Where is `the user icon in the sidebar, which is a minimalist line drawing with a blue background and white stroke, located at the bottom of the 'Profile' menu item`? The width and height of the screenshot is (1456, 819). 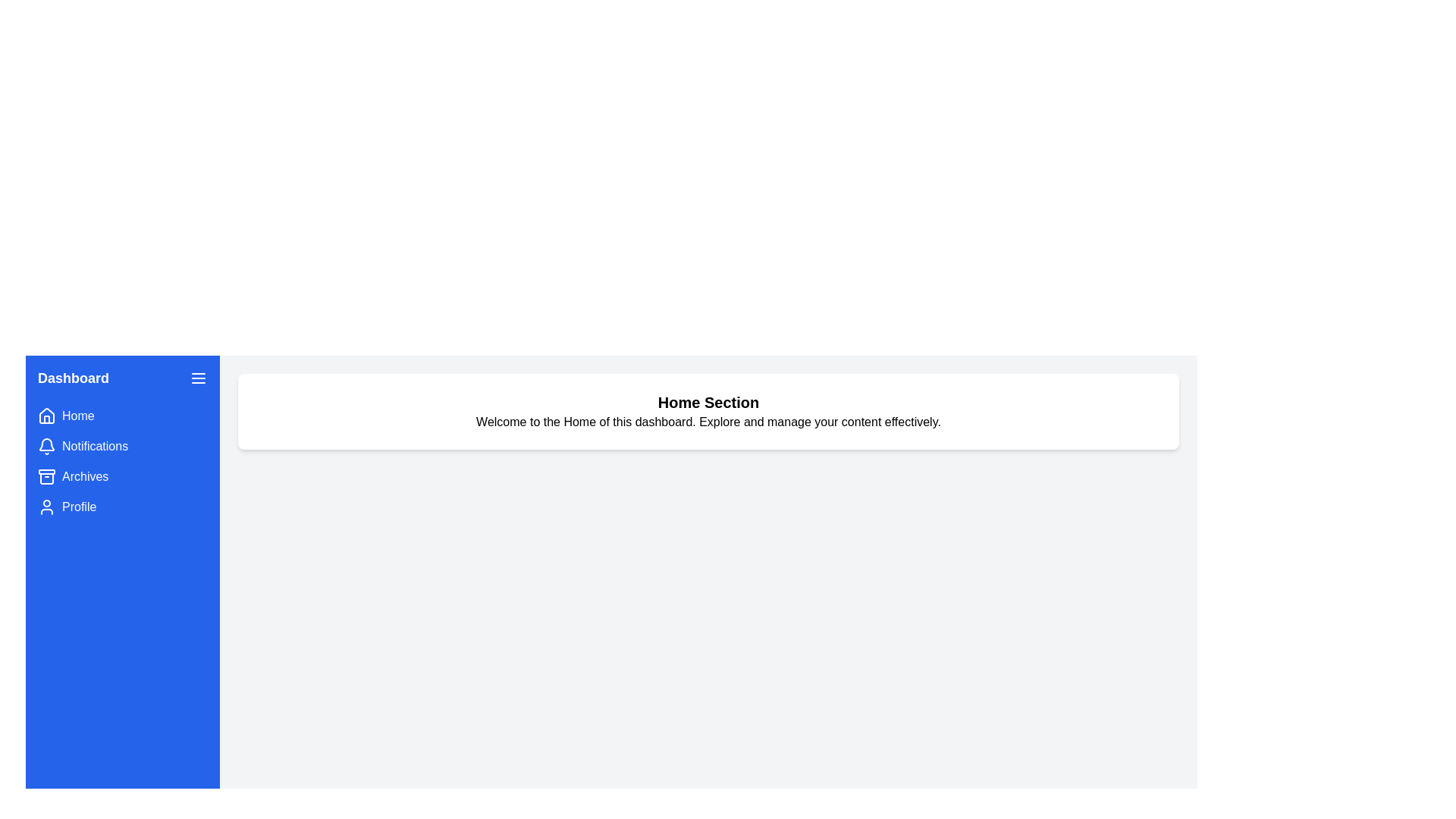 the user icon in the sidebar, which is a minimalist line drawing with a blue background and white stroke, located at the bottom of the 'Profile' menu item is located at coordinates (47, 507).